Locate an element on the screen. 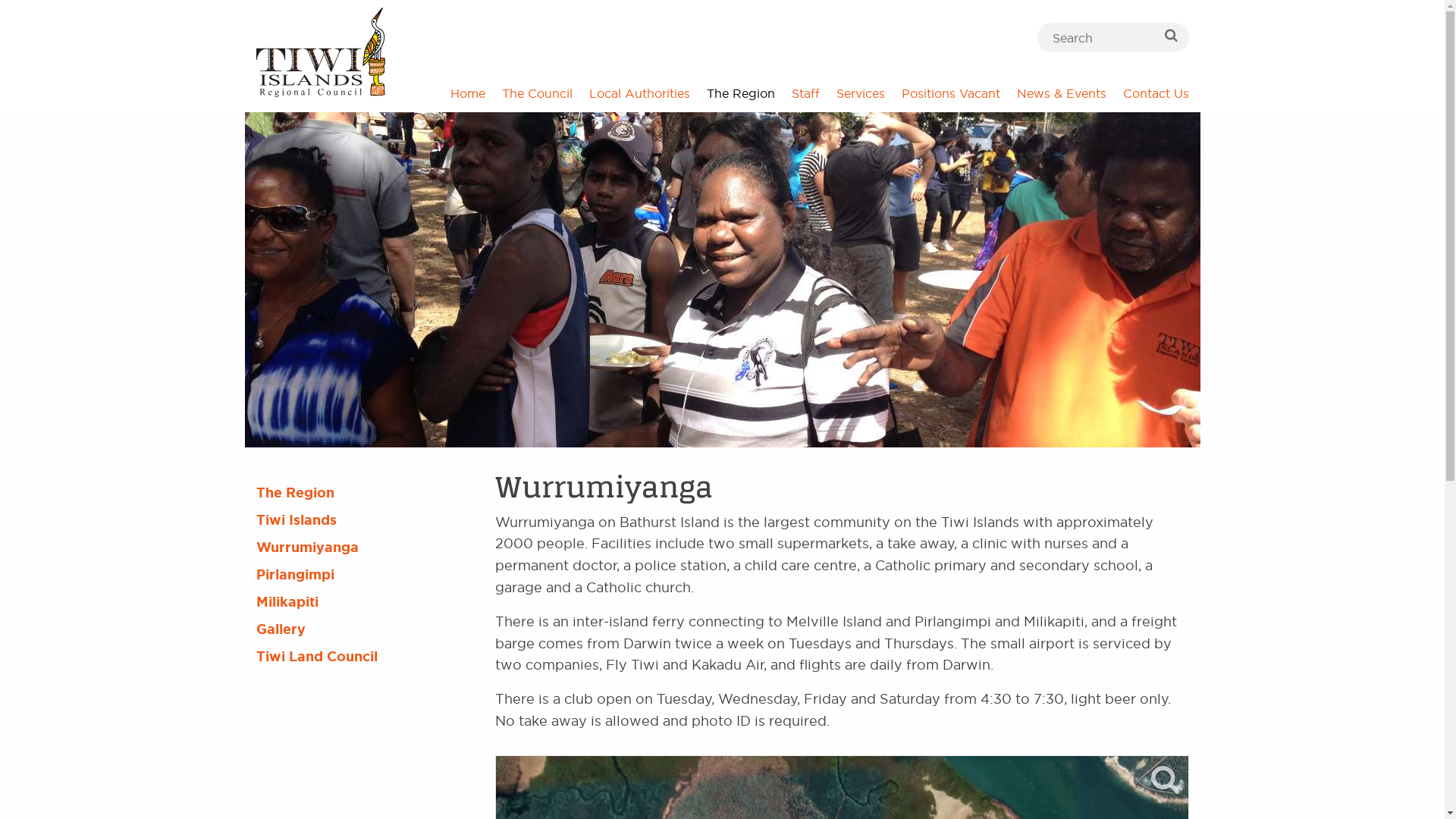 This screenshot has height=819, width=1456. 'Tiwi Islands' is located at coordinates (362, 519).